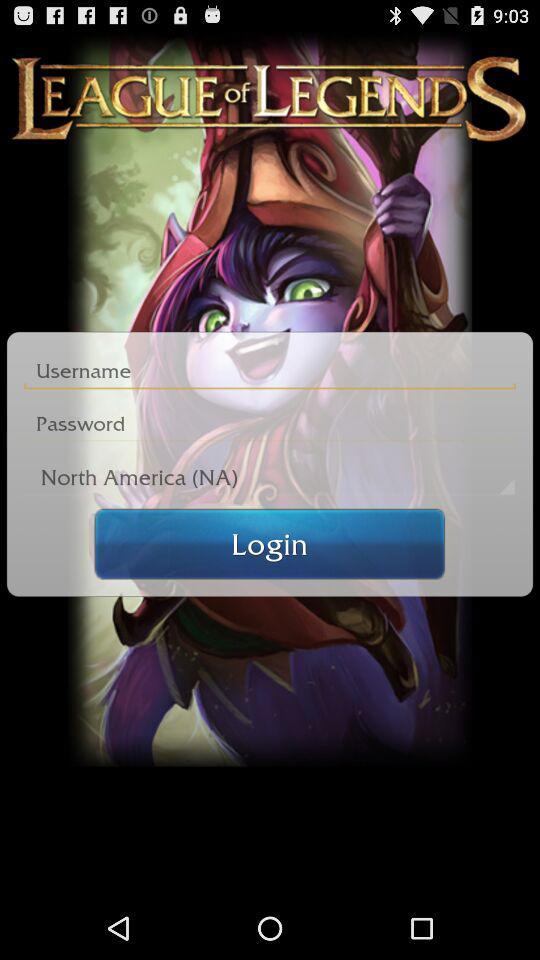 The width and height of the screenshot is (540, 960). Describe the element at coordinates (269, 543) in the screenshot. I see `the app below north america (na) icon` at that location.